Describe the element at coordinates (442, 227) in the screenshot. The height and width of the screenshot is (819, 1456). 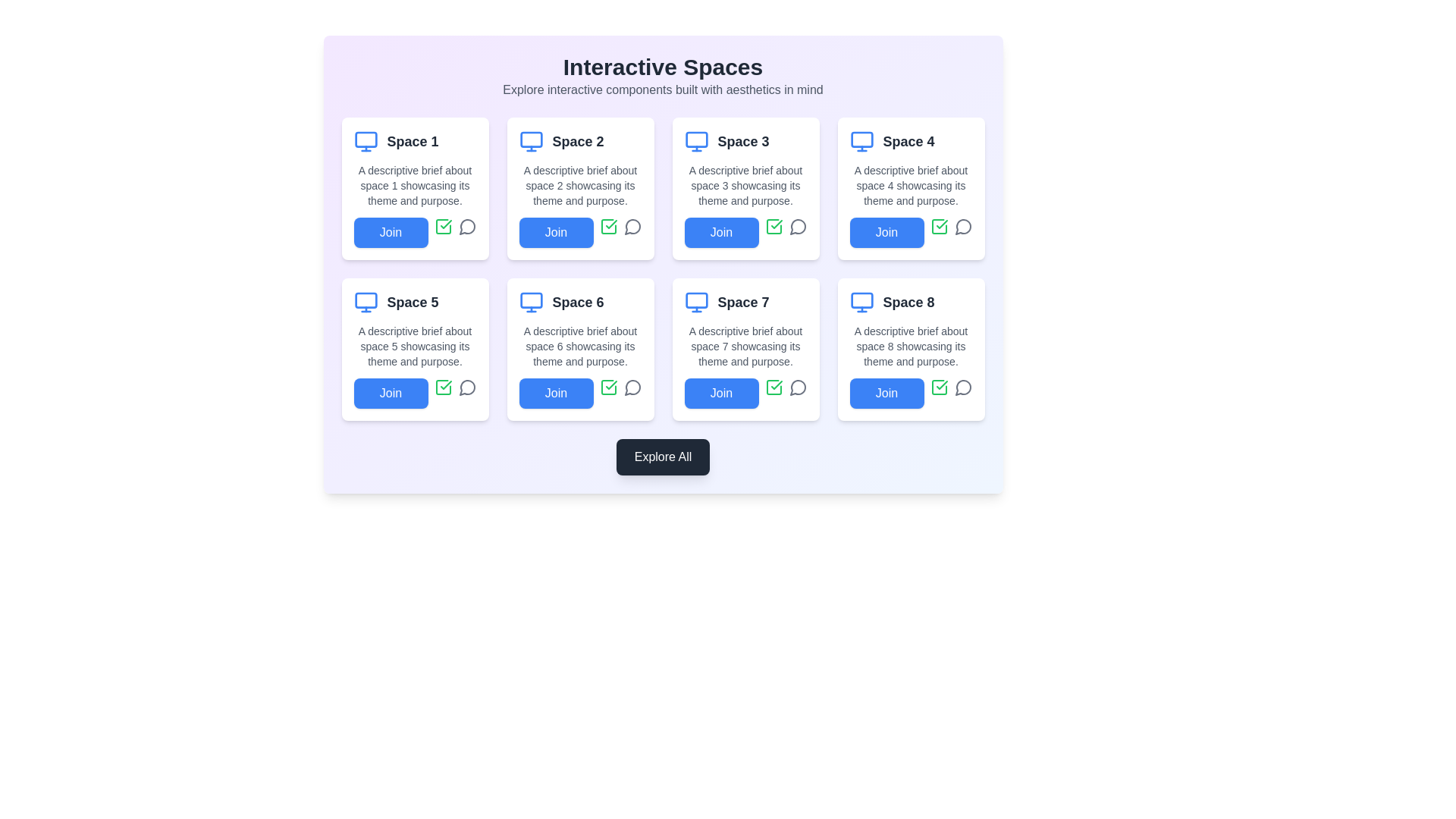
I see `the green checkmark icon located to the right of the 'Join' button within the card labeled 'Space 5'` at that location.